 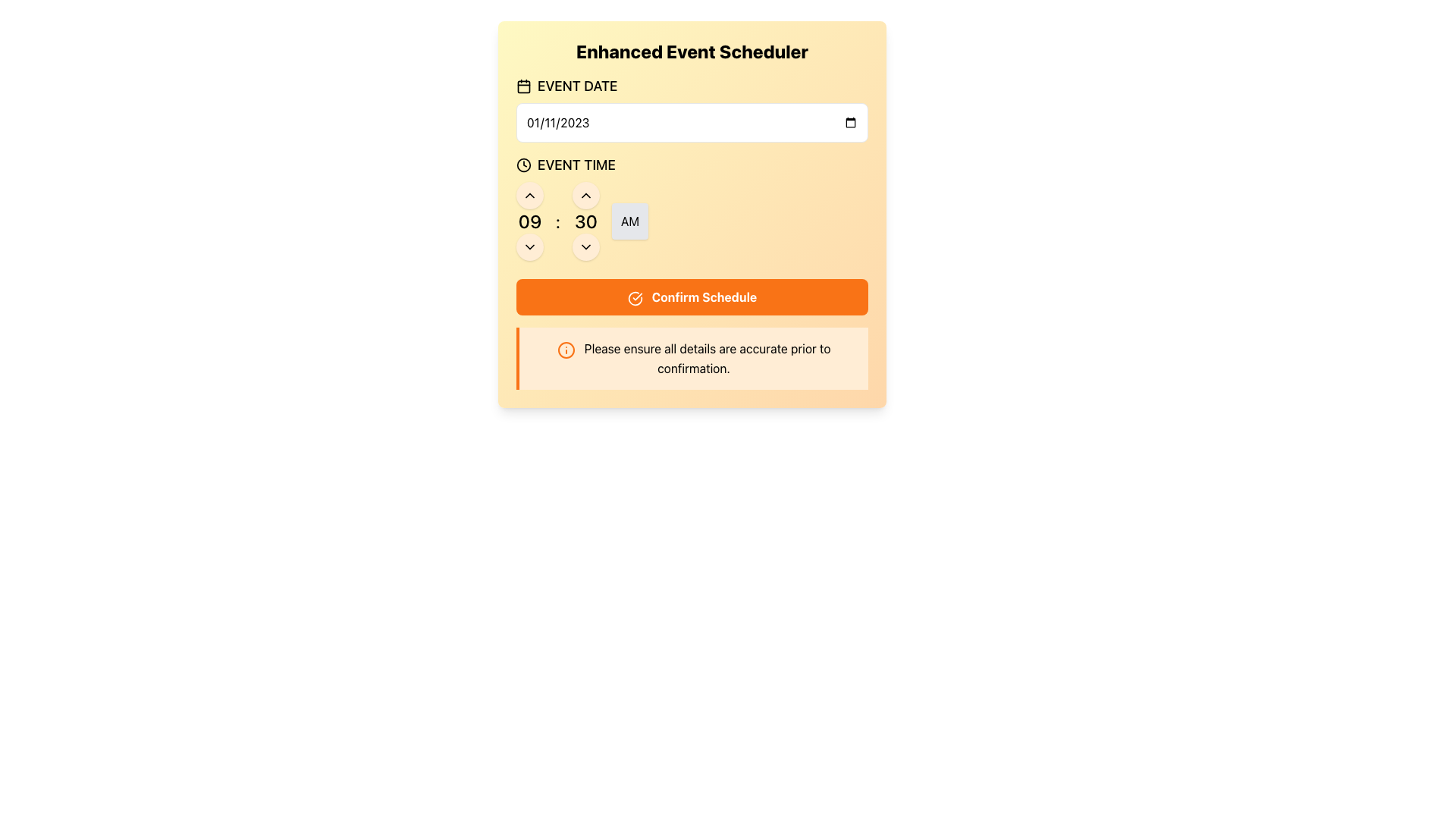 What do you see at coordinates (524, 165) in the screenshot?
I see `the event timing icon located to the immediate left of the 'EVENT TIME' label in the scheduler interface` at bounding box center [524, 165].